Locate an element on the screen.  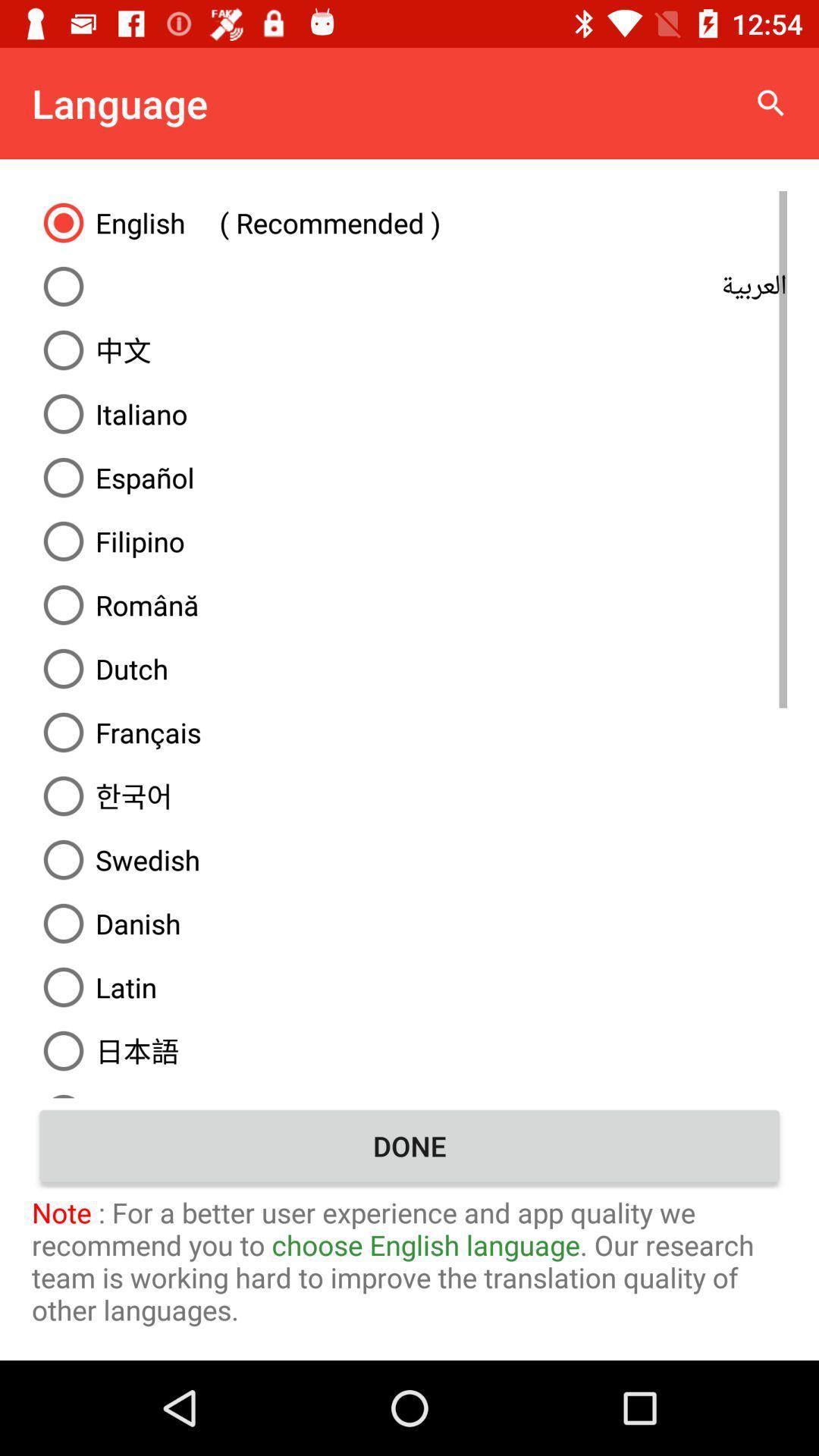
icon above latin item is located at coordinates (409, 923).